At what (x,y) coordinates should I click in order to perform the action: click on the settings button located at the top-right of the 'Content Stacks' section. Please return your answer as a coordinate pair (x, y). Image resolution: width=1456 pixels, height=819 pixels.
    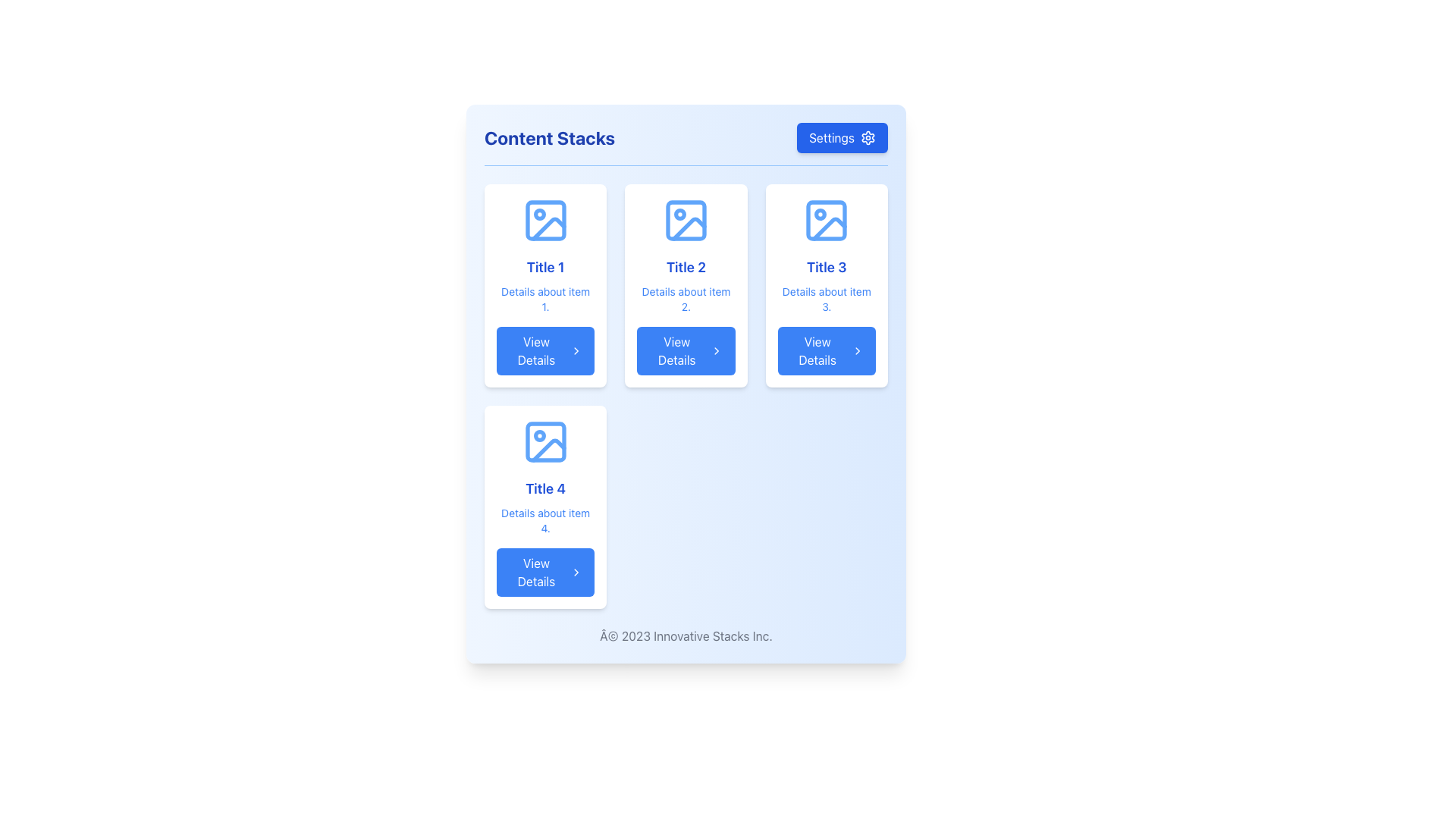
    Looking at the image, I should click on (842, 137).